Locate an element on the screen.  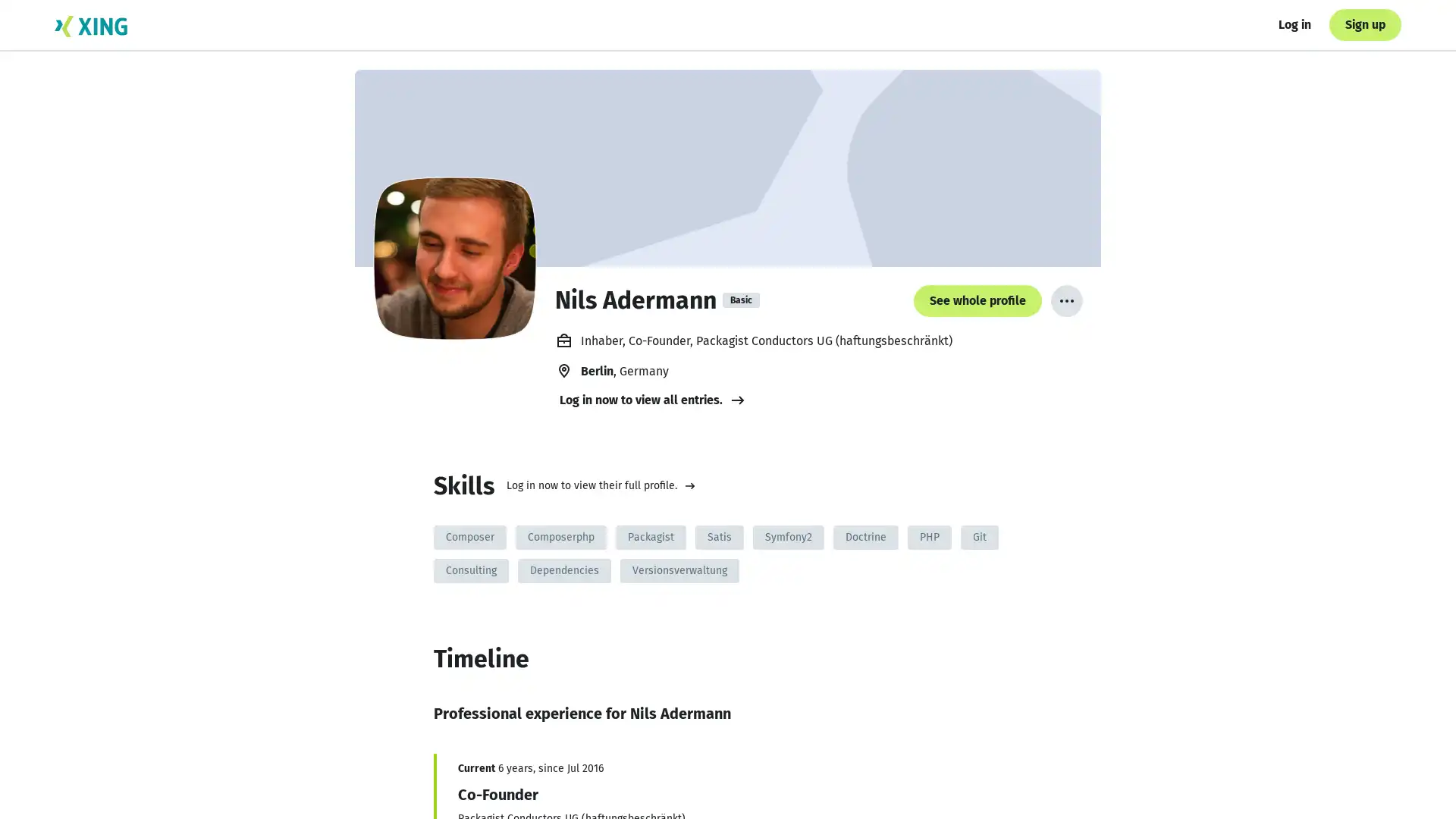
See whole profile is located at coordinates (1036, 775).